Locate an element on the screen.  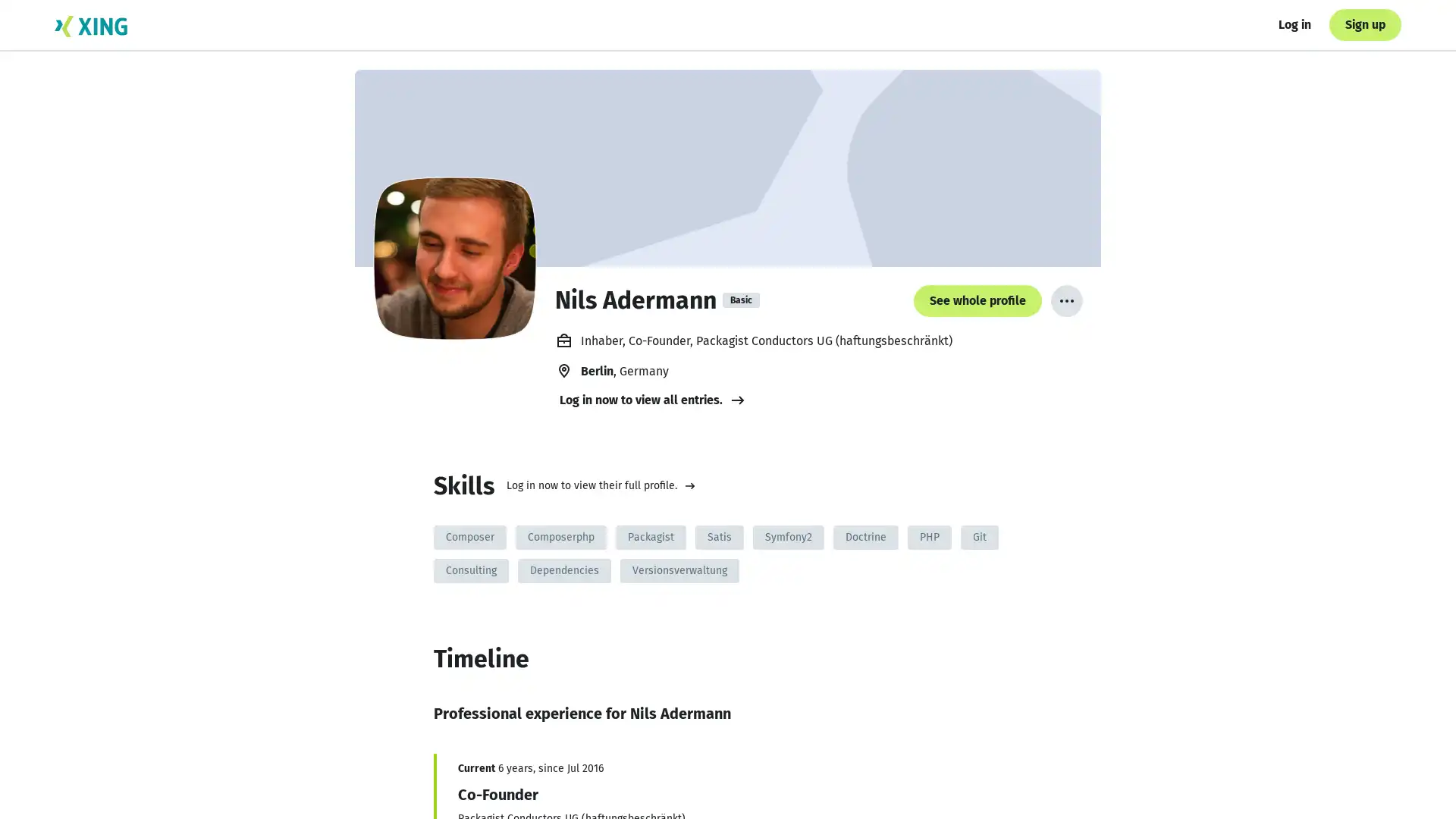
See whole profile is located at coordinates (1036, 775).